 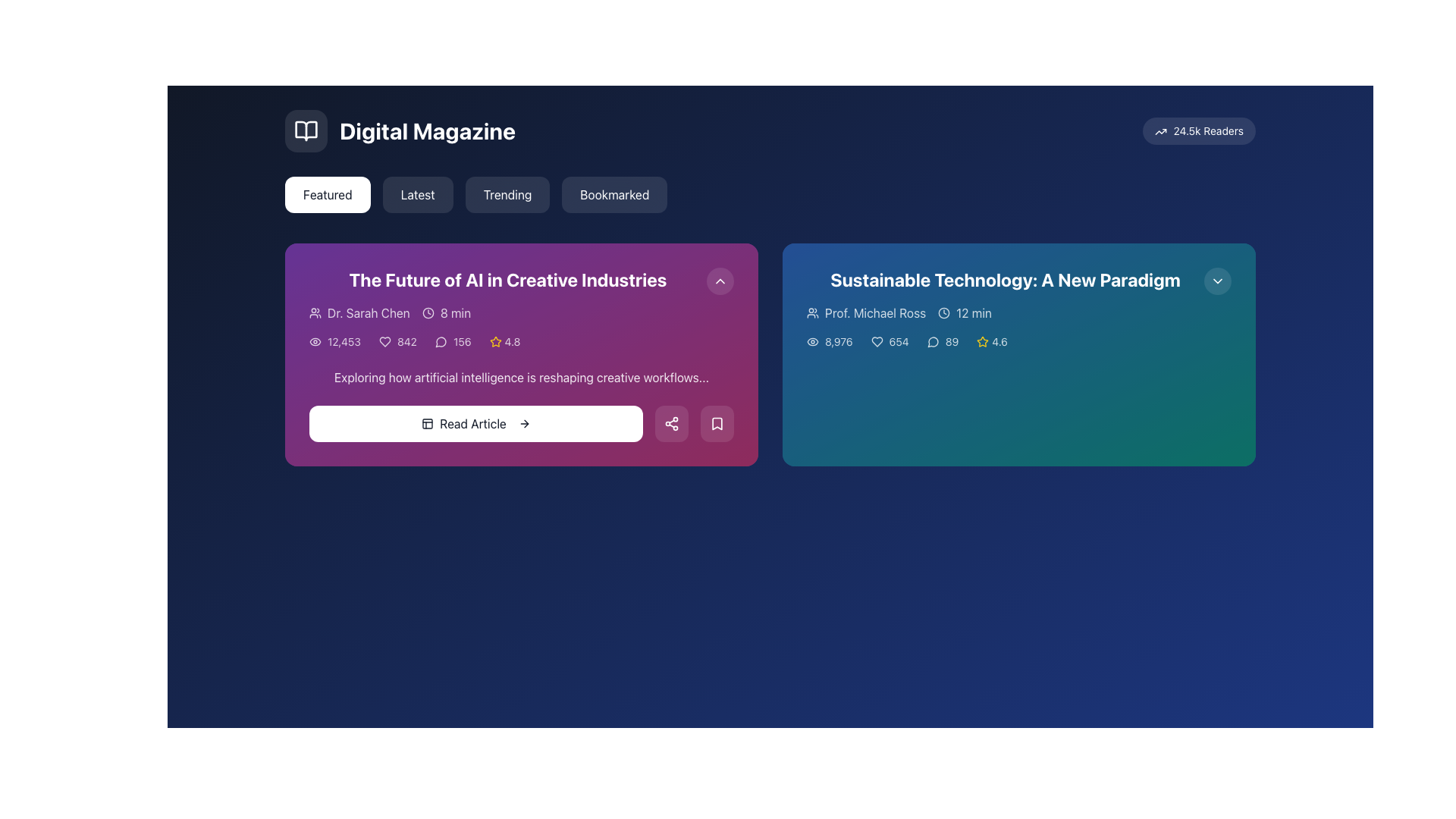 I want to click on the right-facing arrow icon, which is styled as an SVG graphic with thin black lines, located on the rightmost side of the 'Read Article' button within the purple card titled 'The Future of AI in Creative Industries.', so click(x=524, y=424).